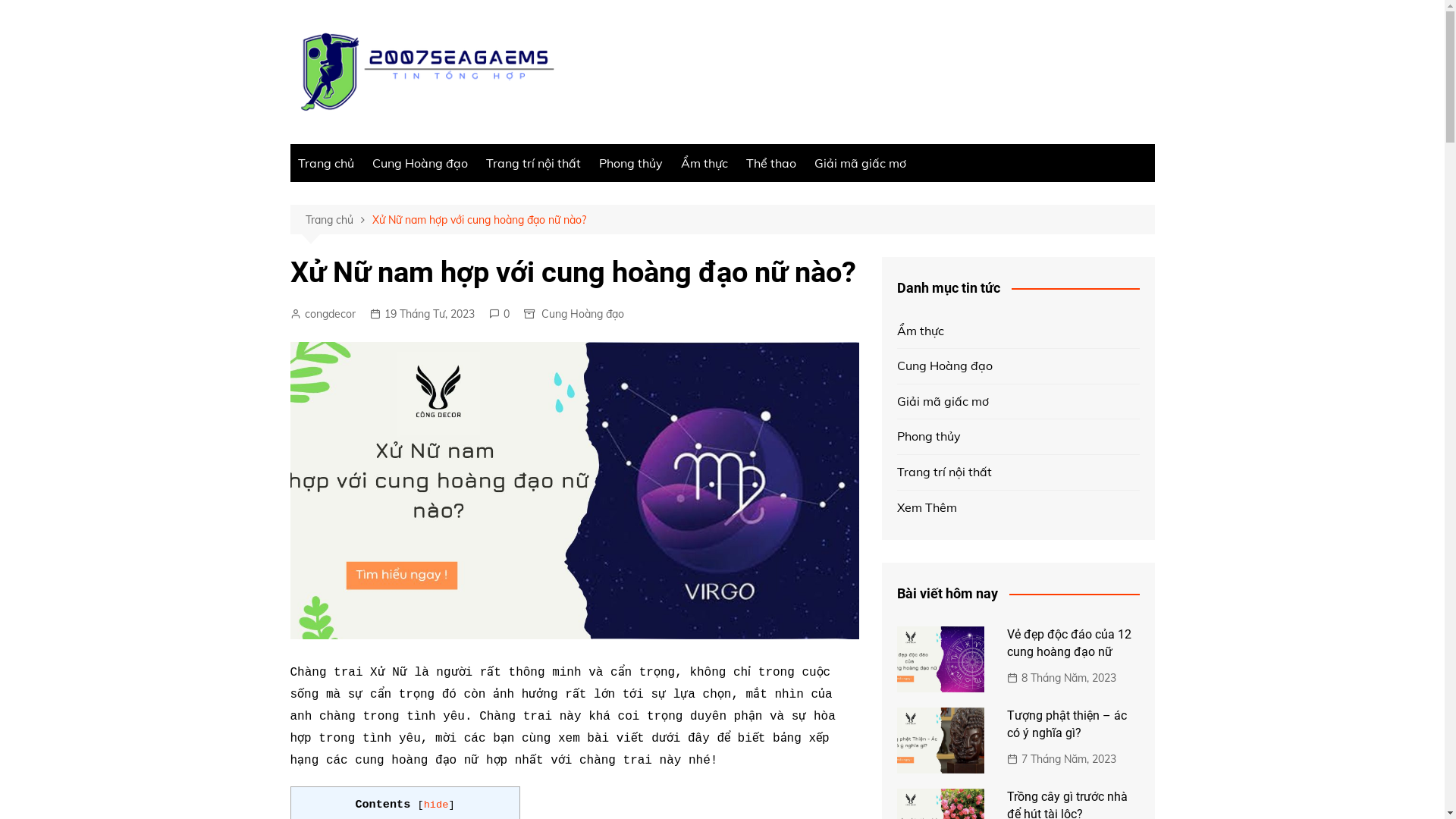 This screenshot has width=1456, height=819. I want to click on '0', so click(488, 312).